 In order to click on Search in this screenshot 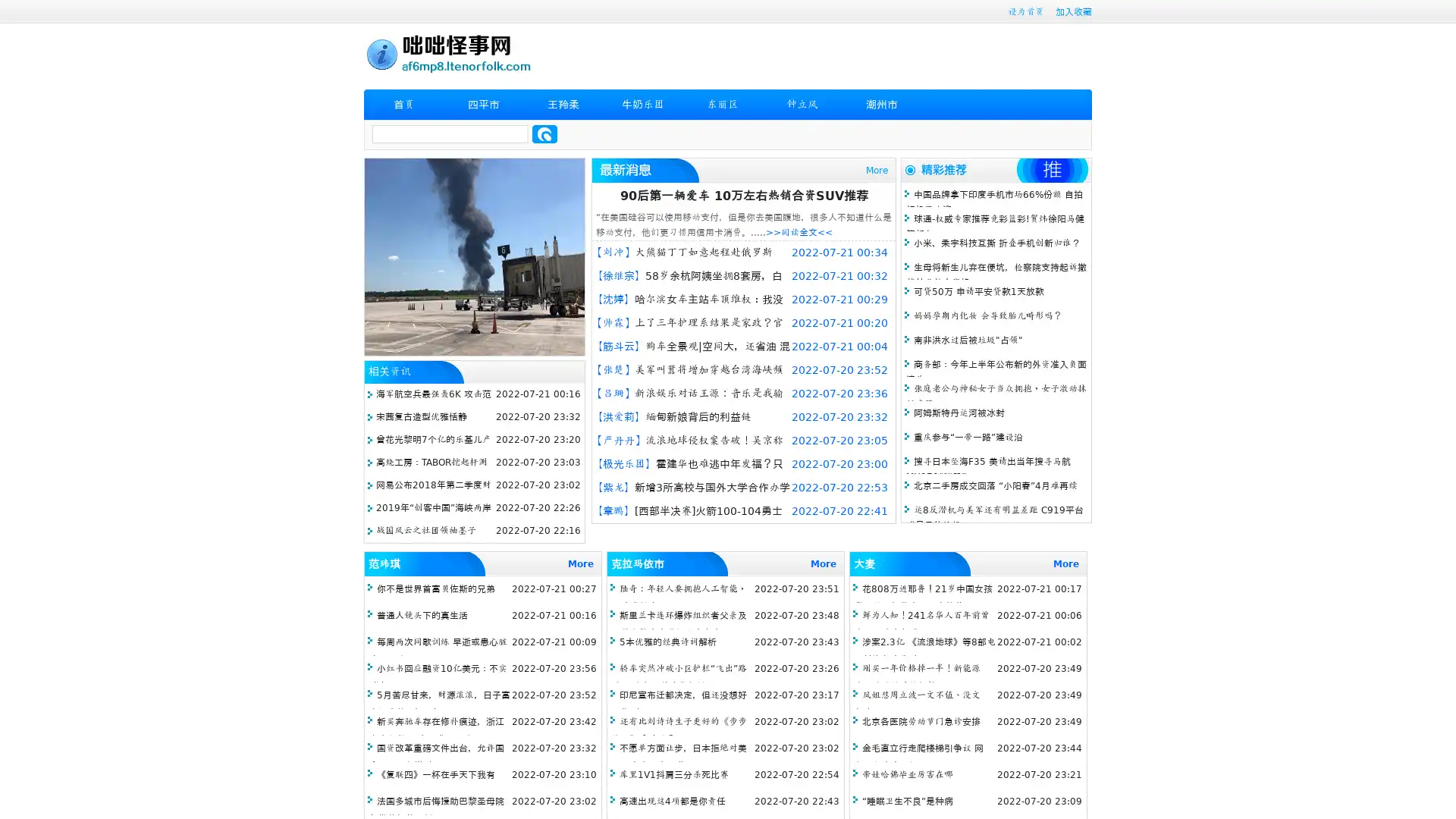, I will do `click(544, 133)`.